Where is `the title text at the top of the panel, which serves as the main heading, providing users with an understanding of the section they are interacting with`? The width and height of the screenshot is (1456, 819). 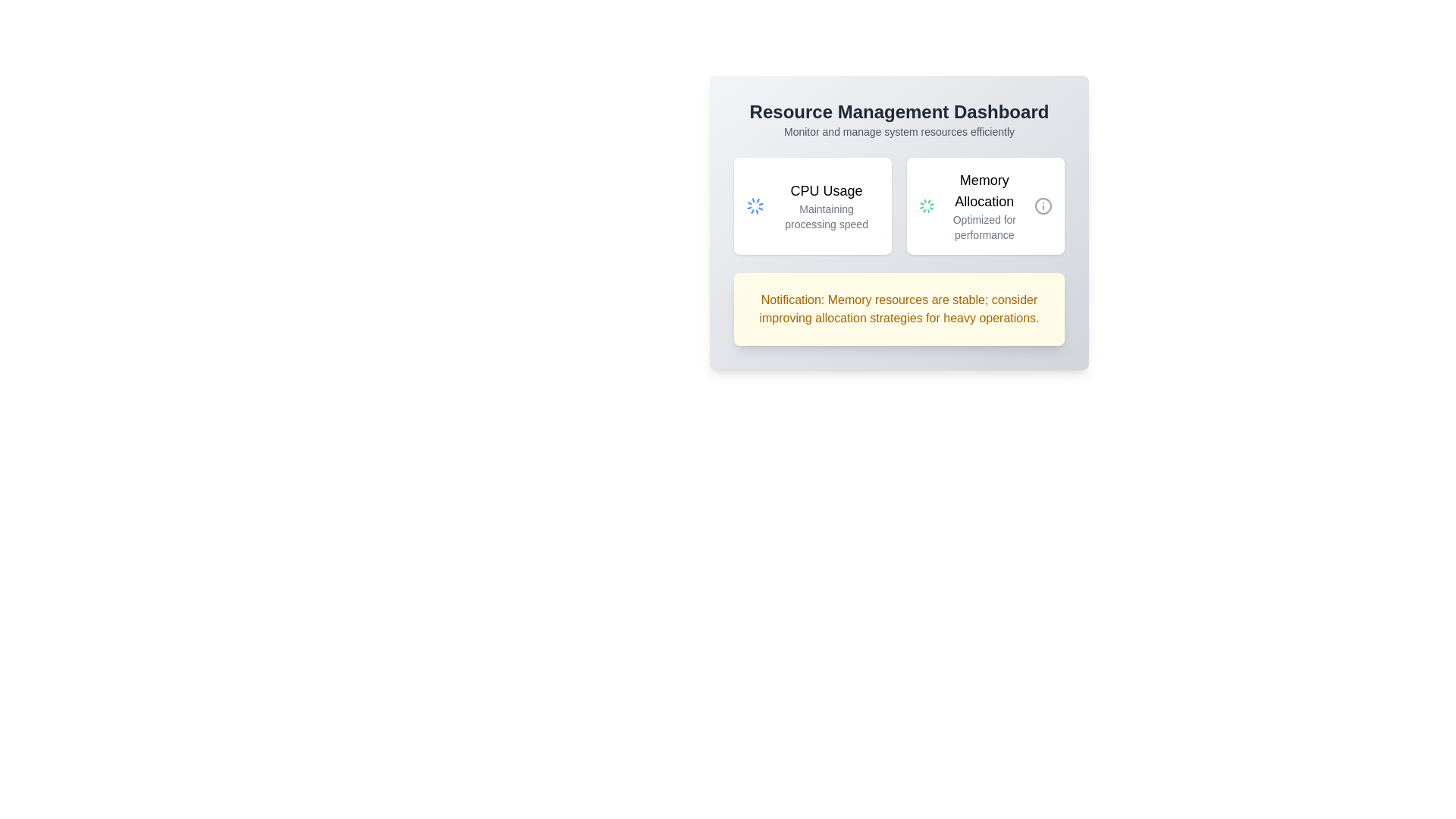
the title text at the top of the panel, which serves as the main heading, providing users with an understanding of the section they are interacting with is located at coordinates (899, 111).